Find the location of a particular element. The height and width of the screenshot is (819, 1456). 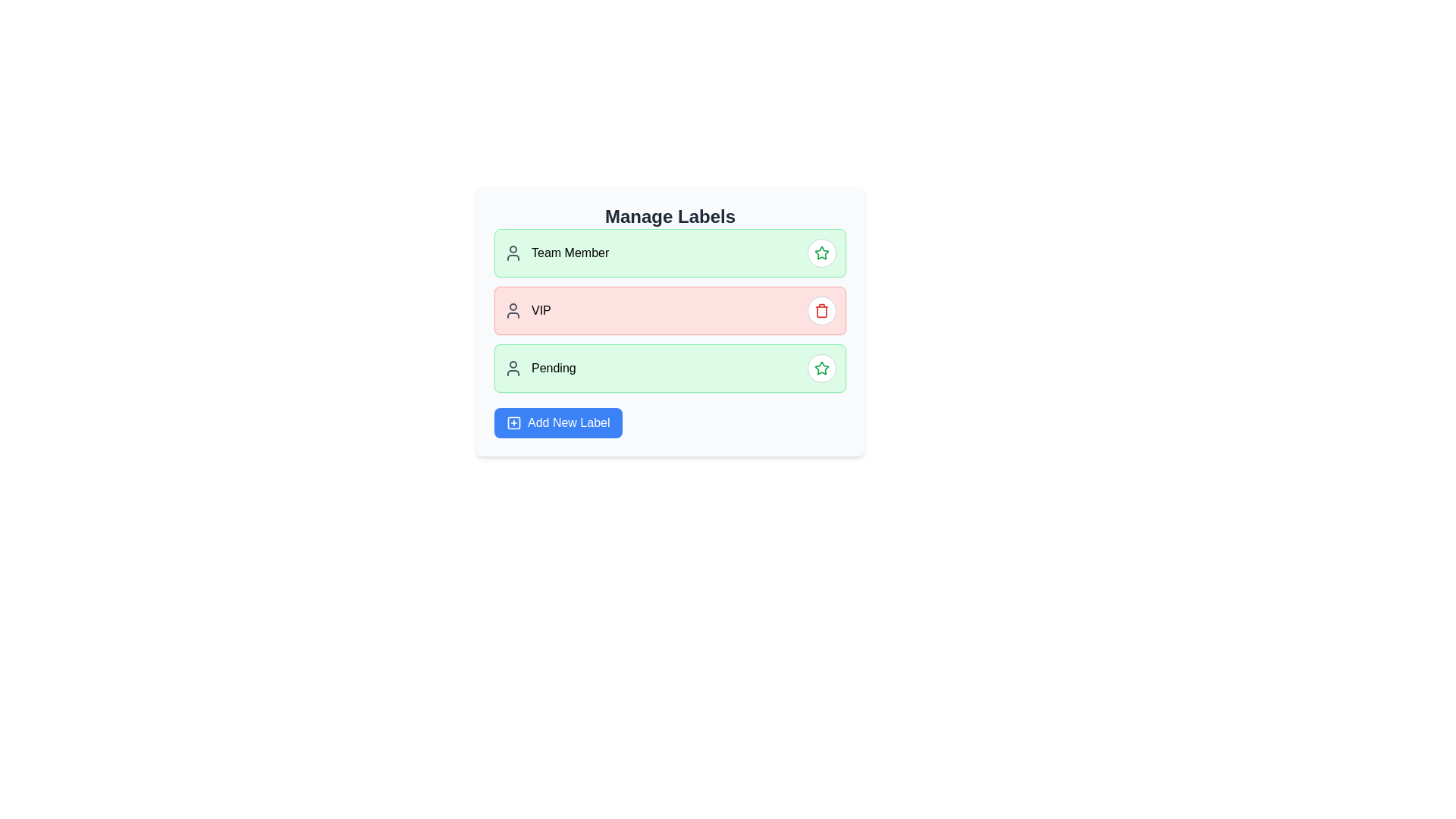

the circular button with a red trash can icon is located at coordinates (821, 309).